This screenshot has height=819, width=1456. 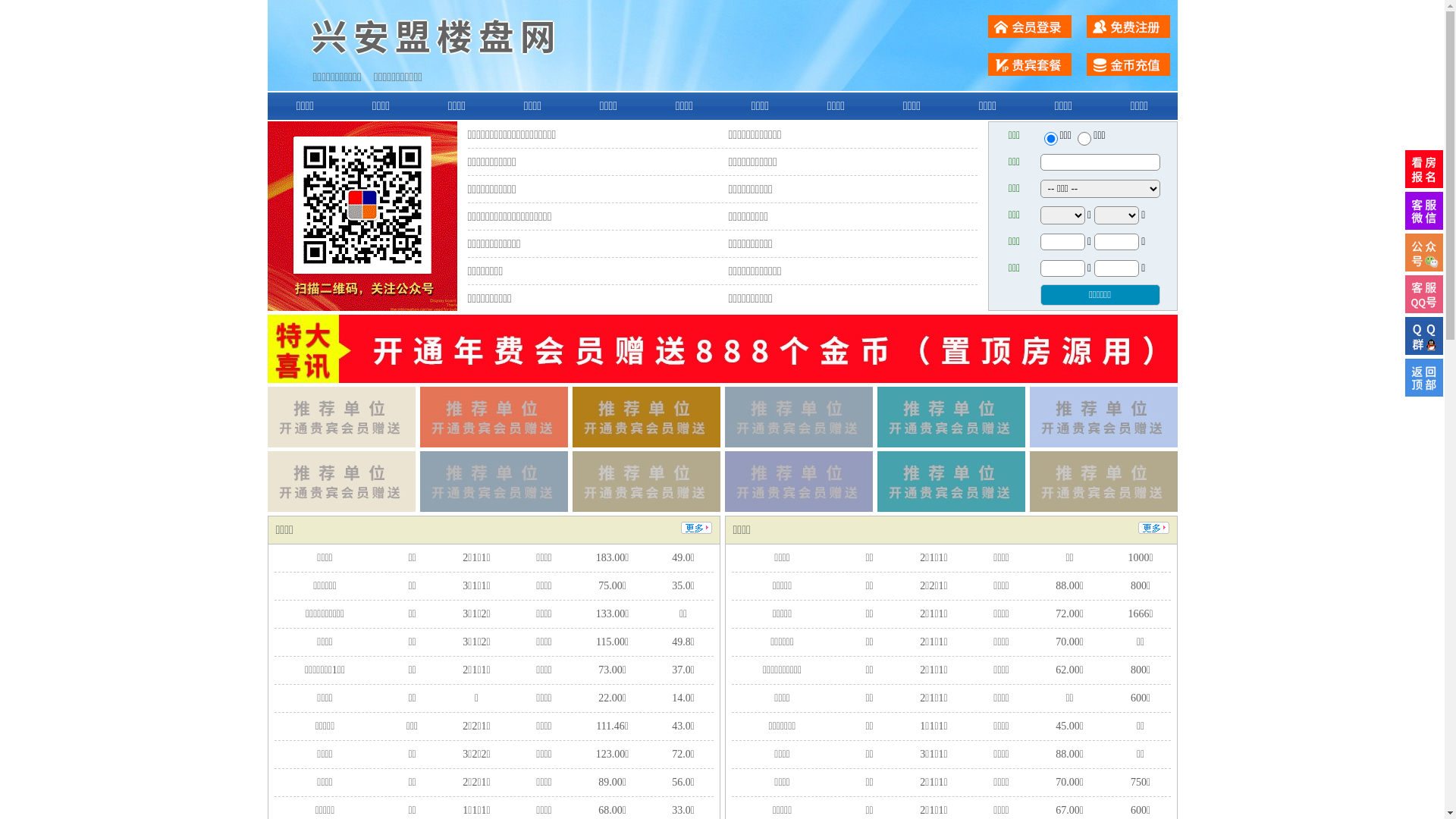 What do you see at coordinates (1050, 138) in the screenshot?
I see `'ershou'` at bounding box center [1050, 138].